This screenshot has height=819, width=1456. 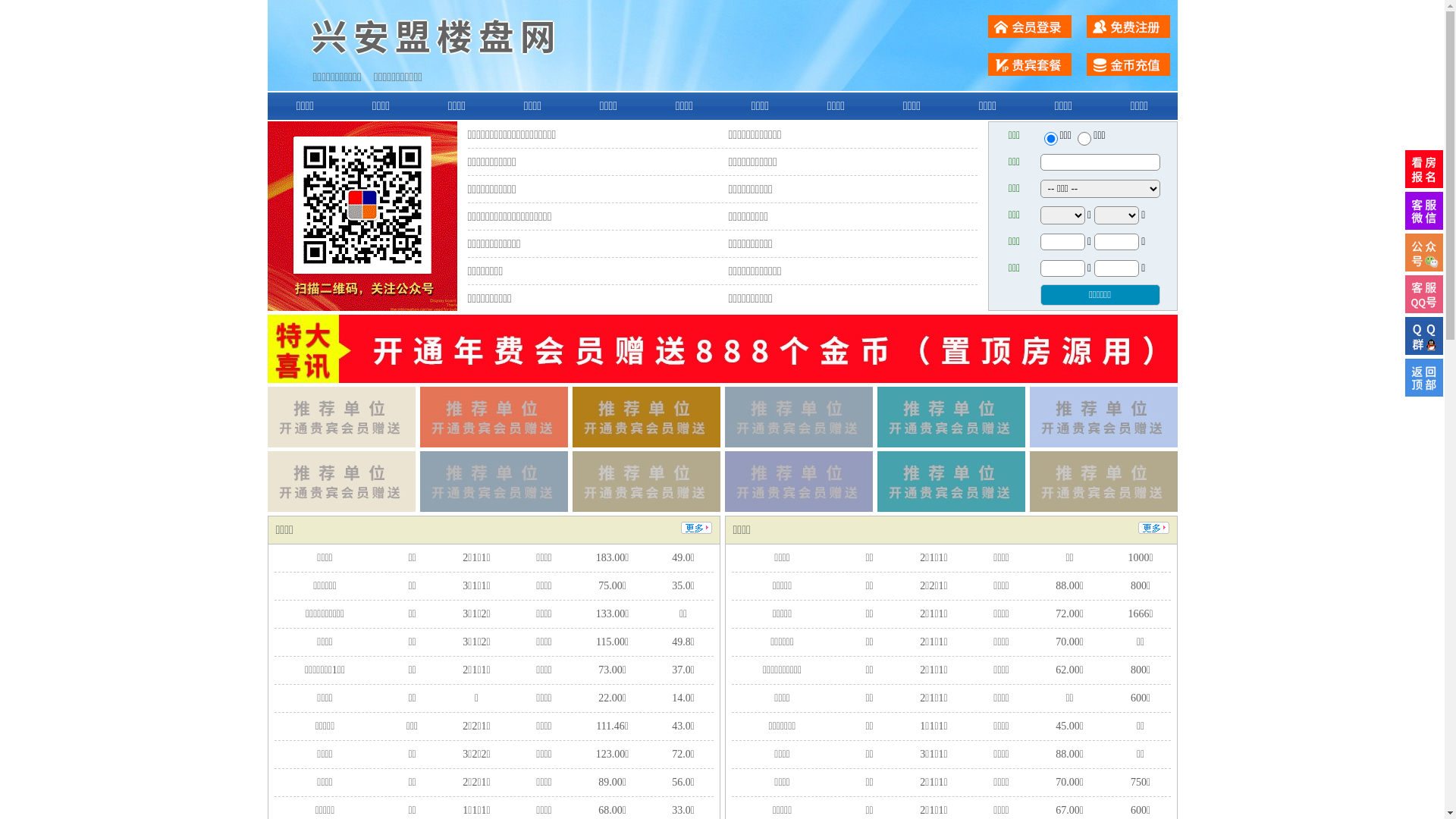 What do you see at coordinates (1050, 138) in the screenshot?
I see `'ershou'` at bounding box center [1050, 138].